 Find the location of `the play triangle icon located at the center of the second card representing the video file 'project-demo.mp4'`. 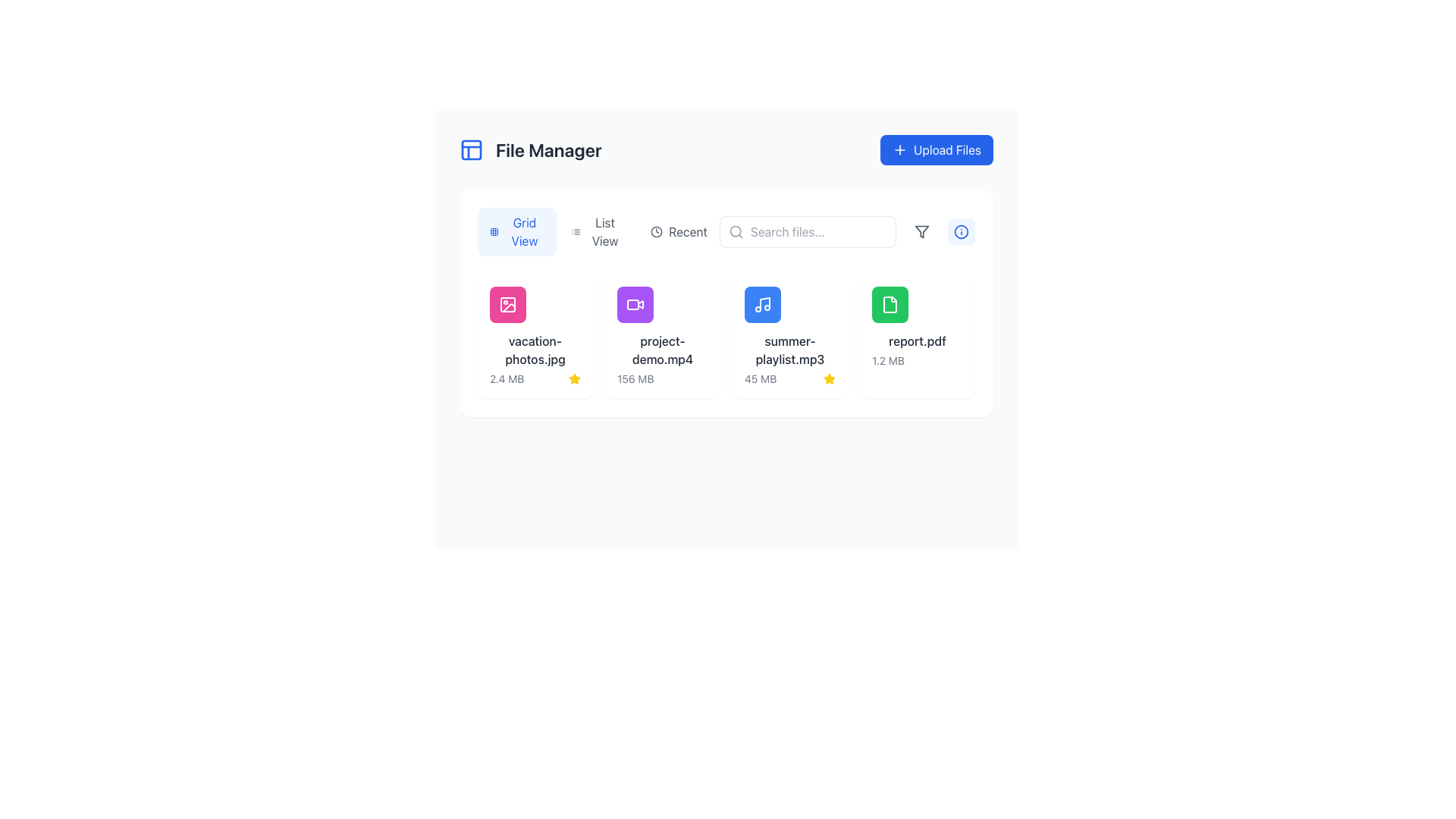

the play triangle icon located at the center of the second card representing the video file 'project-demo.mp4' is located at coordinates (640, 304).